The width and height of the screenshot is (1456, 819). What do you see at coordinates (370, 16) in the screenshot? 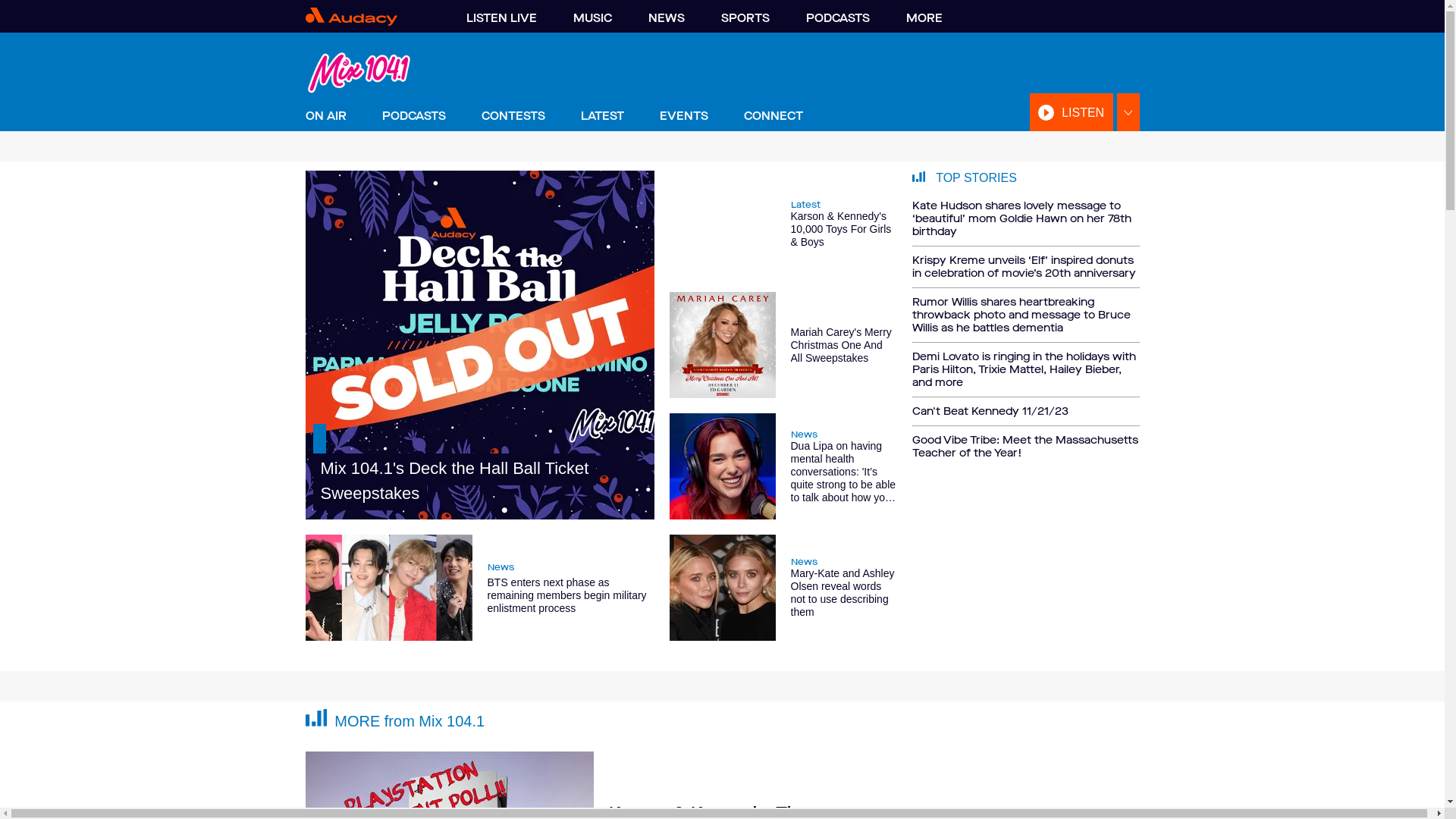
I see `'Audacy Logo'` at bounding box center [370, 16].